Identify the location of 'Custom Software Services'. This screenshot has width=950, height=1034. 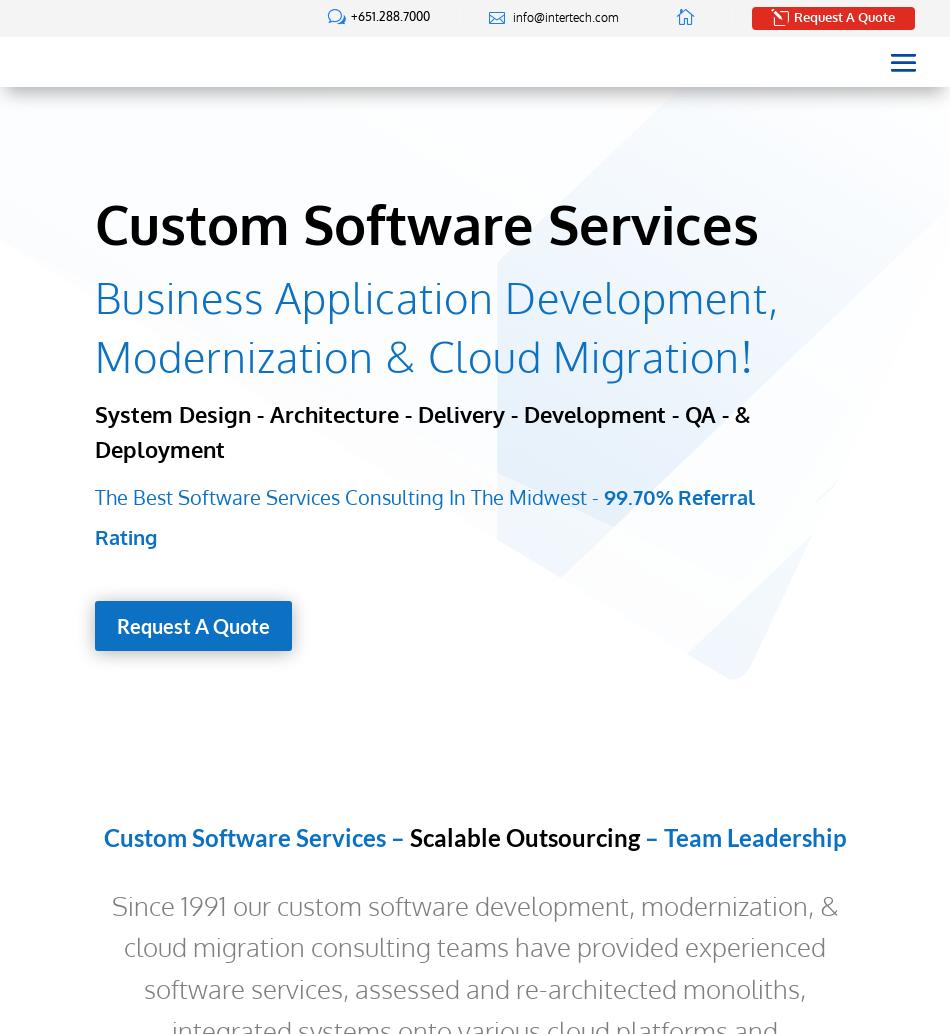
(426, 223).